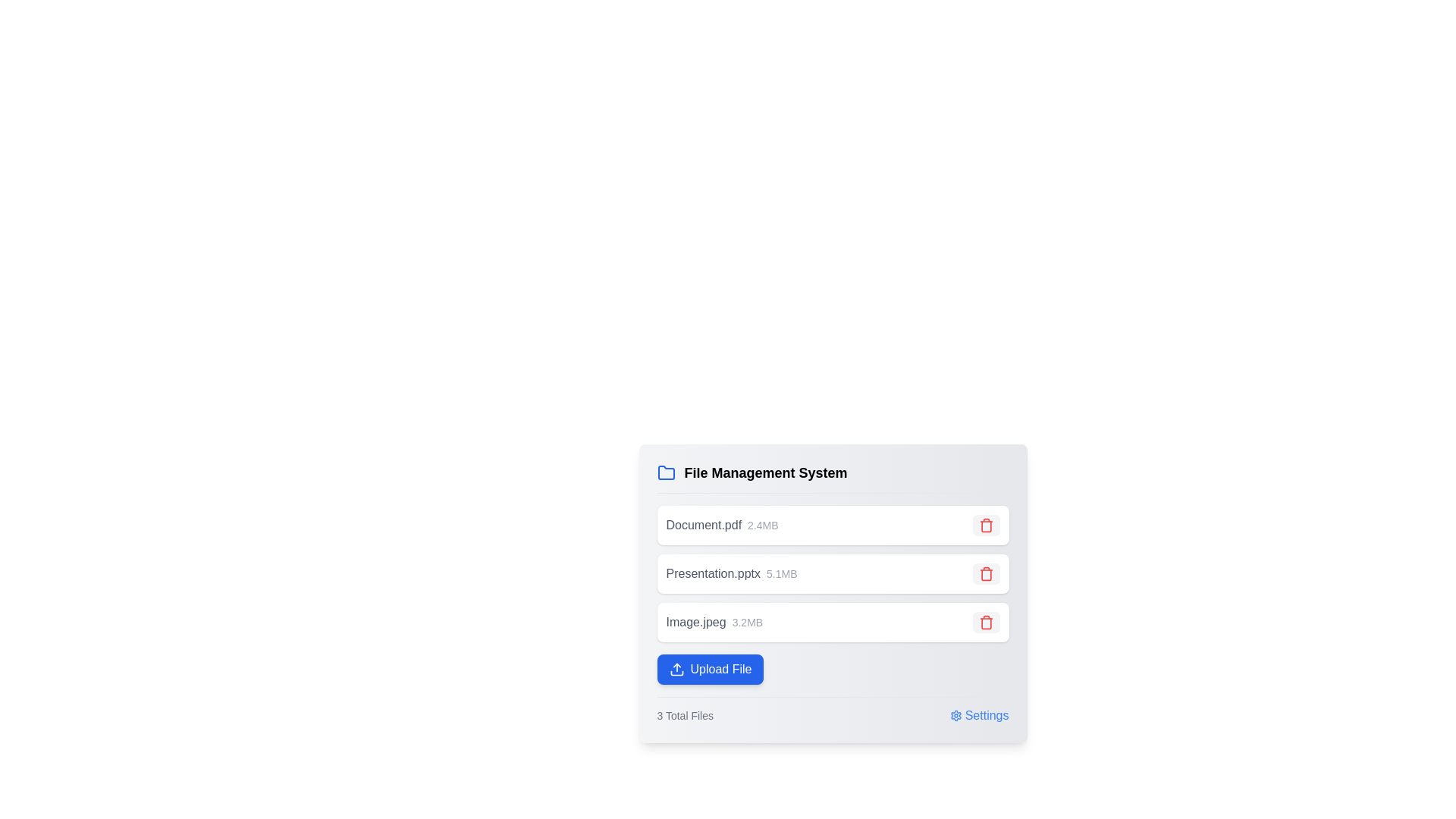 The image size is (1456, 819). I want to click on the blue upload button located at the bottom of the file list to initiate the file upload process, so click(709, 669).